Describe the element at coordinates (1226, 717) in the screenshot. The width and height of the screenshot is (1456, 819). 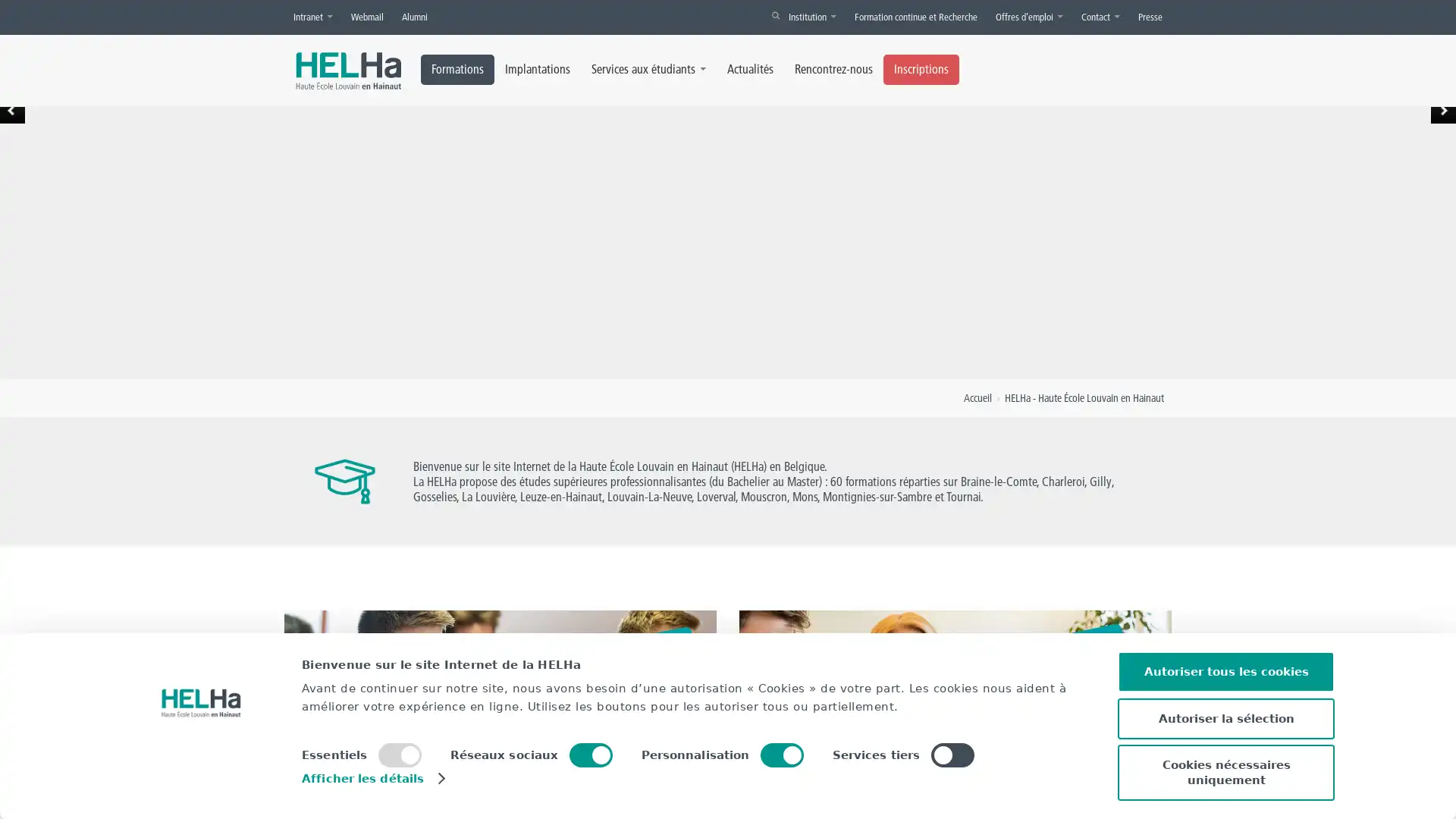
I see `Autoriser la selection` at that location.